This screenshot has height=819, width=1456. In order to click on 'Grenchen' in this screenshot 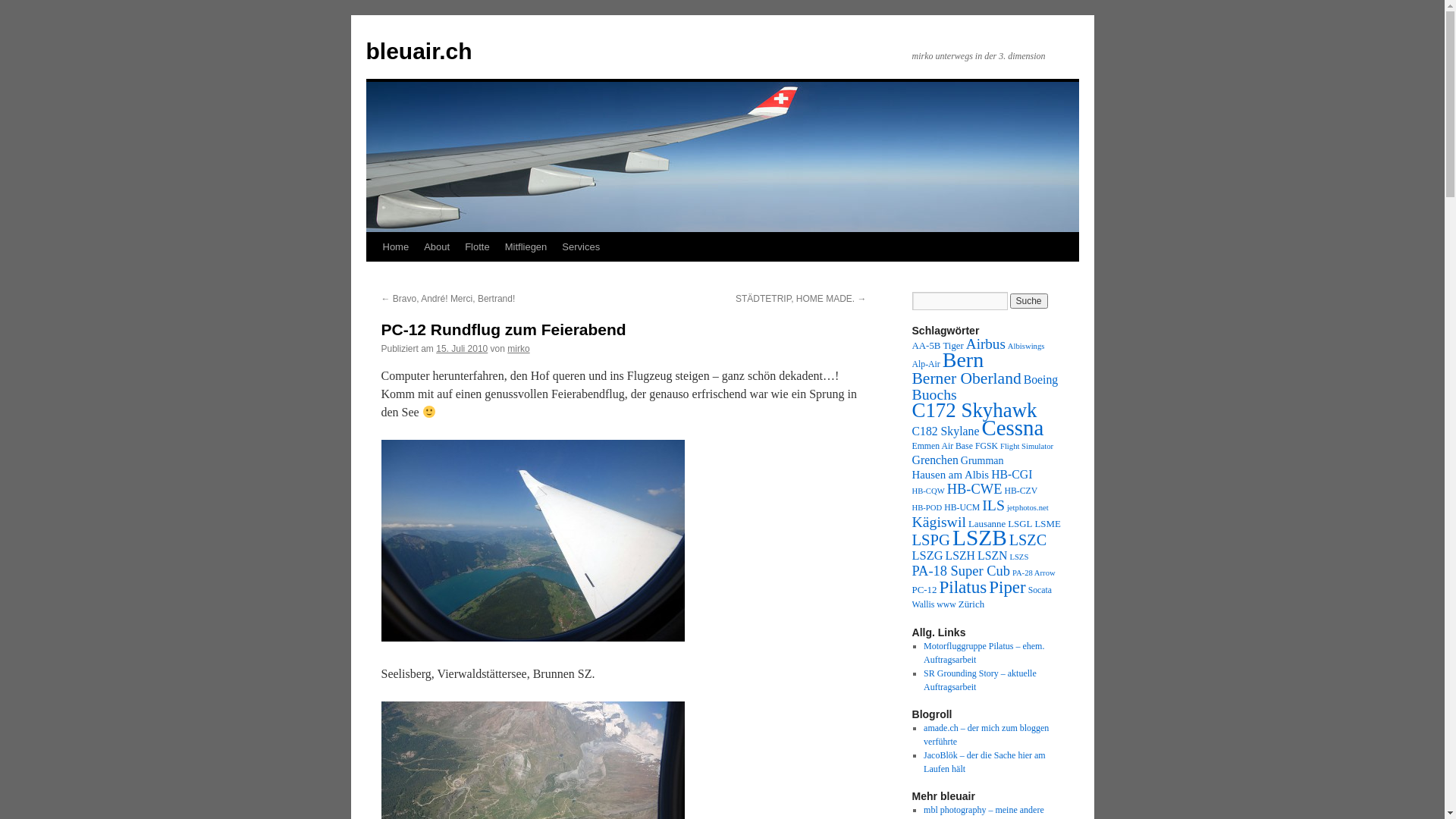, I will do `click(934, 459)`.